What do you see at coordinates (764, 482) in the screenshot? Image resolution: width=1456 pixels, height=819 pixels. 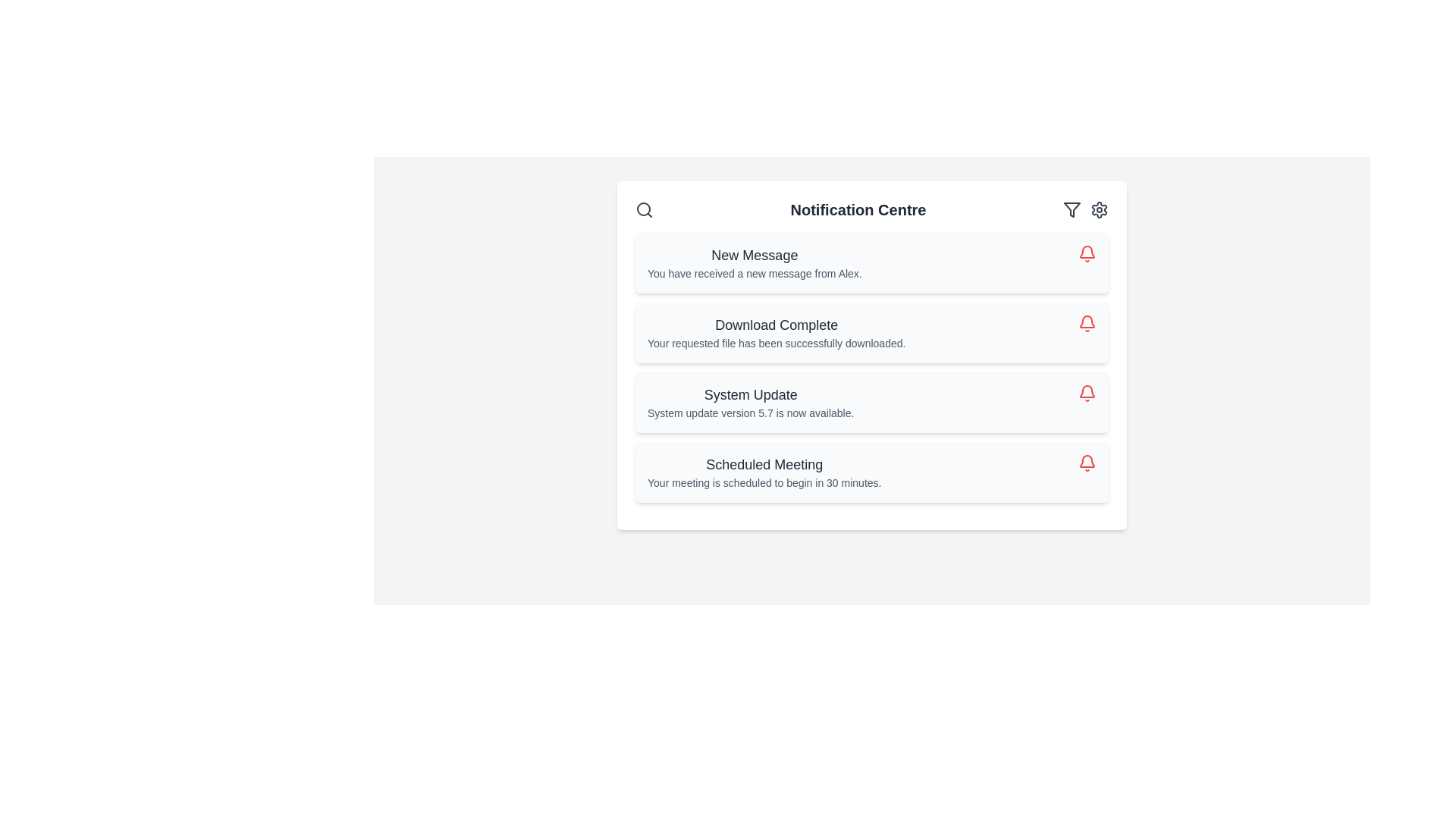 I see `the text block that provides details about the upcoming meeting within the 'Scheduled Meeting' notification card` at bounding box center [764, 482].